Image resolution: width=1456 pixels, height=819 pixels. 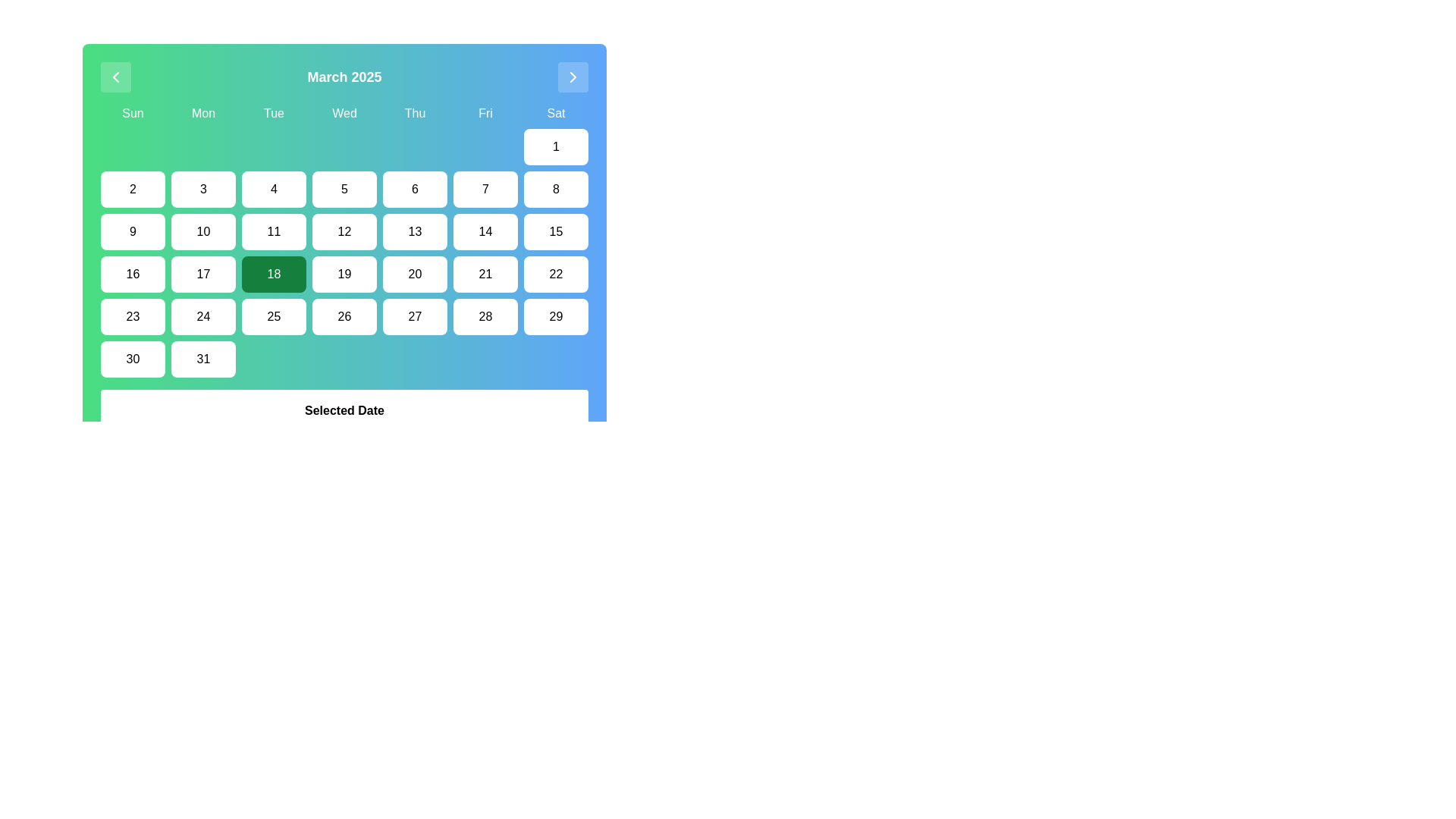 I want to click on the button representing the date '14' in the calendar grid, so click(x=485, y=231).